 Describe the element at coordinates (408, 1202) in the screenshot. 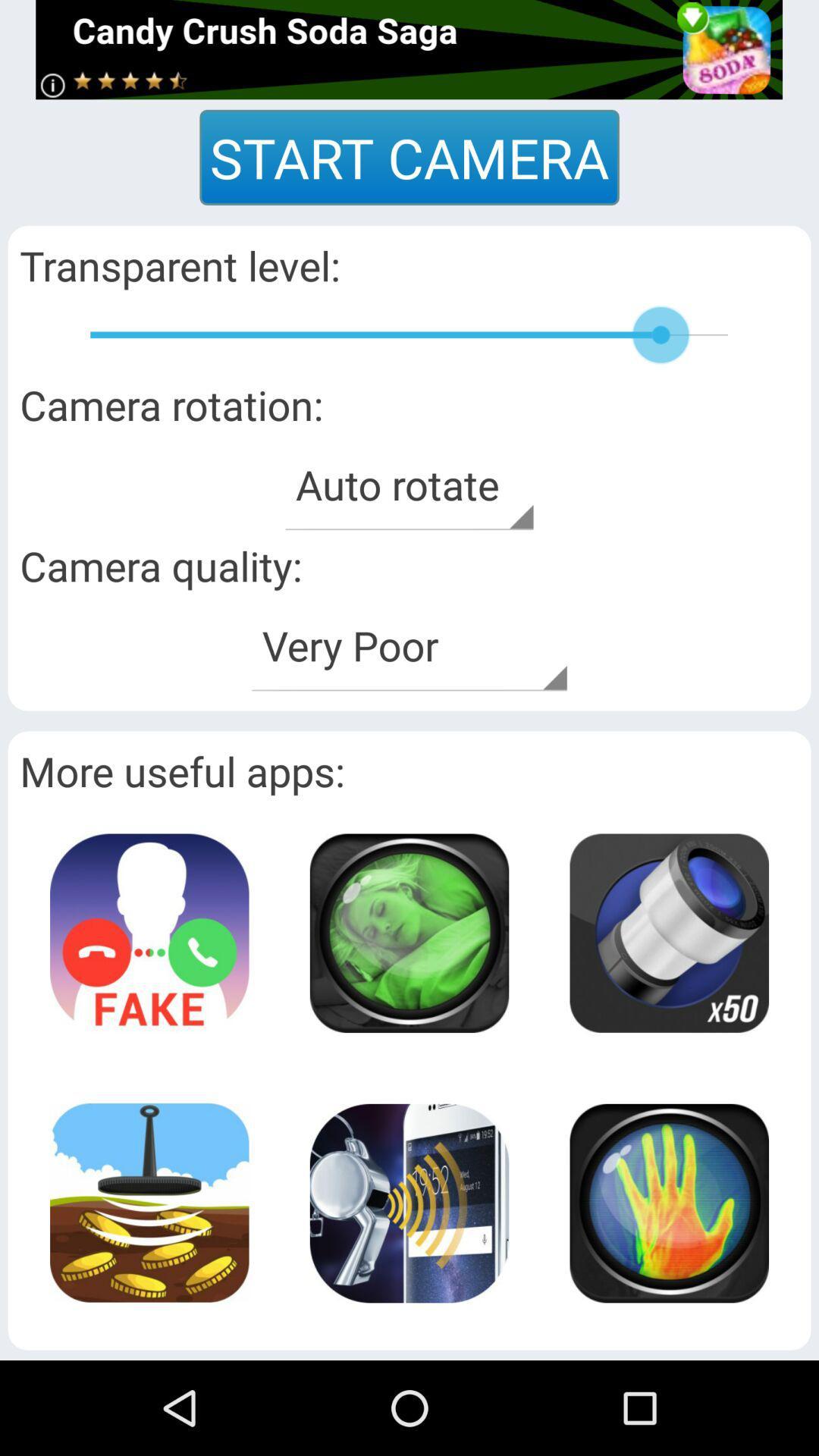

I see `image page` at that location.